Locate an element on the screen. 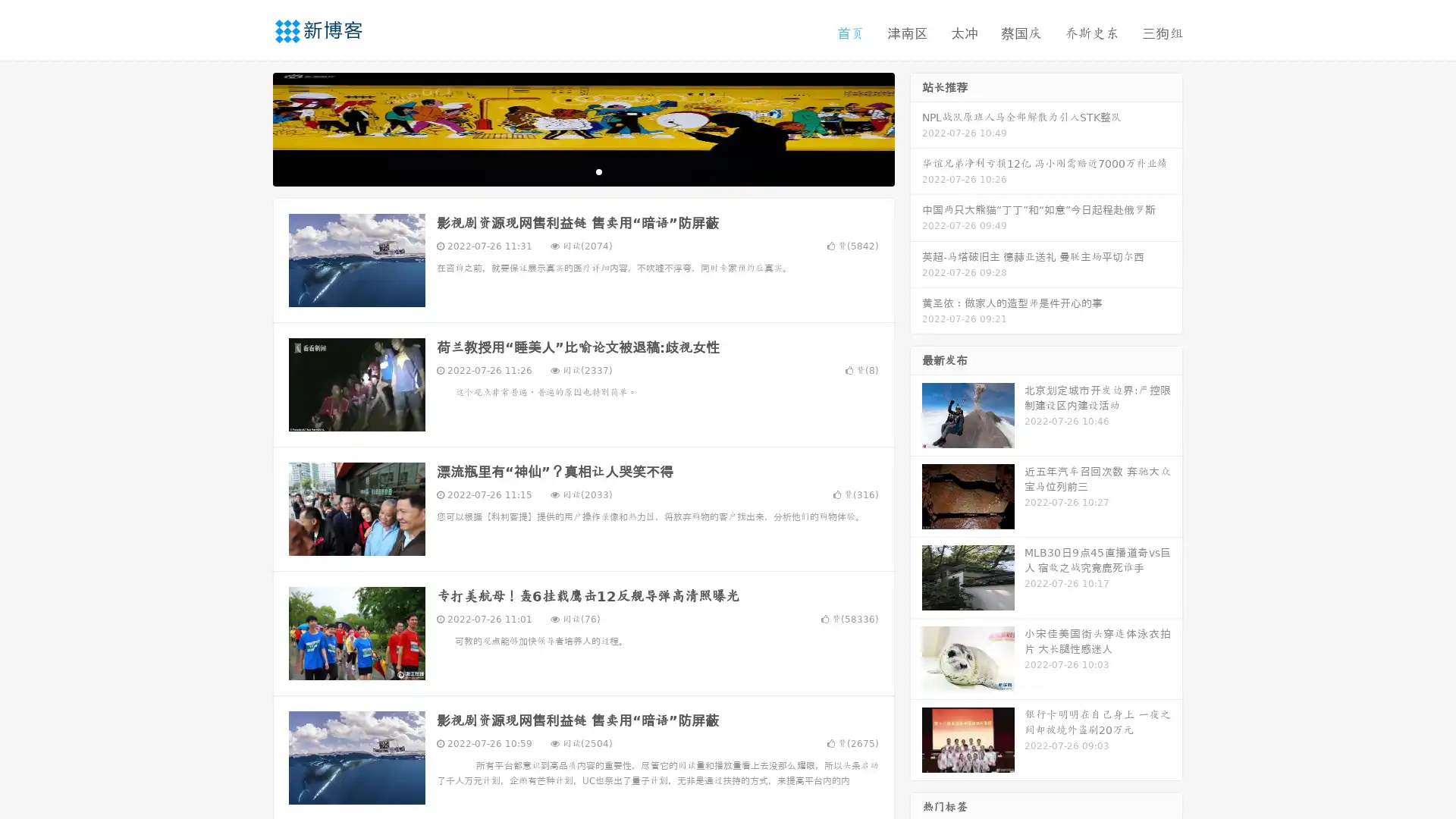  Previous slide is located at coordinates (250, 127).